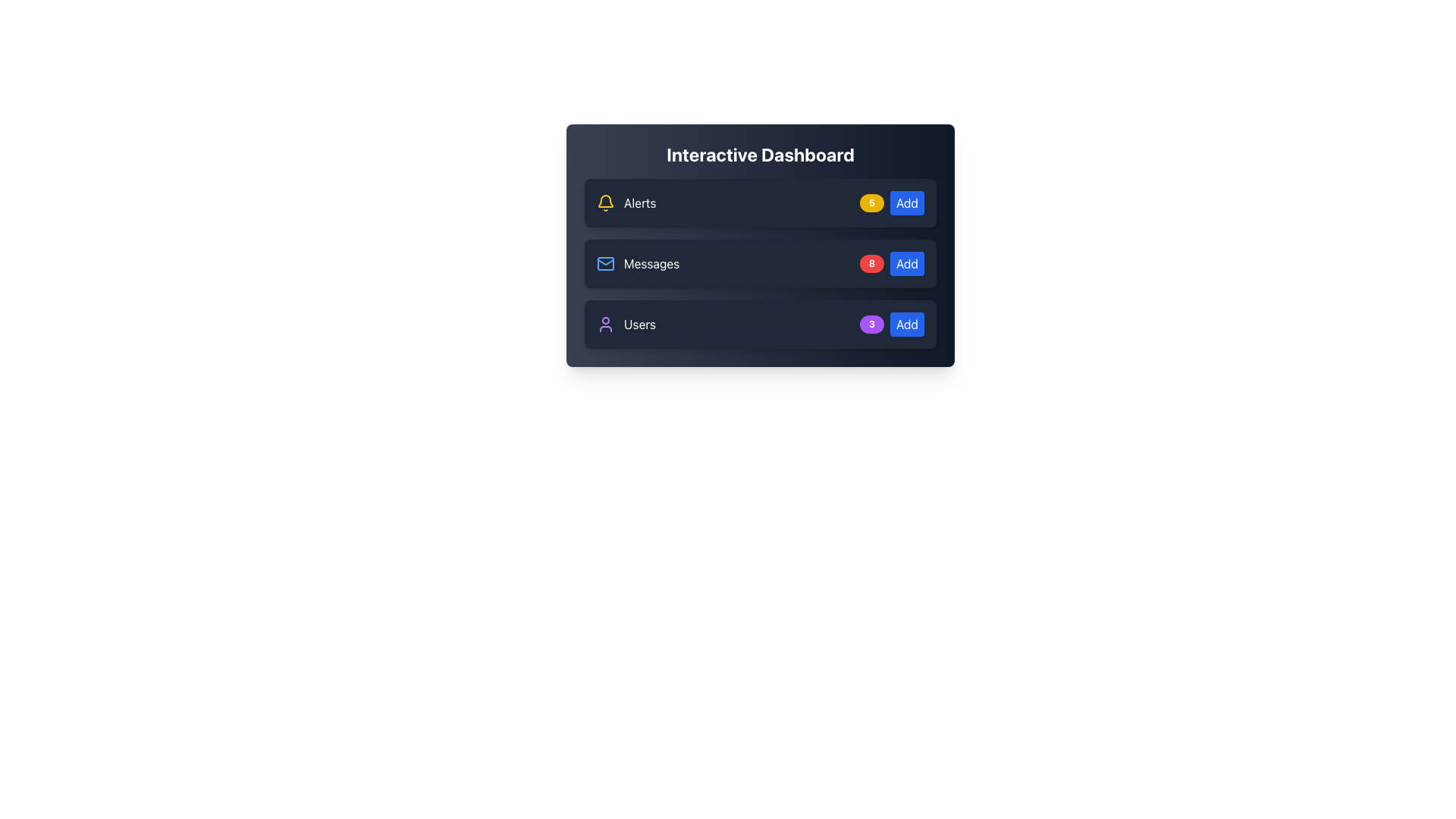 Image resolution: width=1456 pixels, height=819 pixels. Describe the element at coordinates (892, 324) in the screenshot. I see `the button group next to the 'Users' title in the bottom row of the card layout` at that location.